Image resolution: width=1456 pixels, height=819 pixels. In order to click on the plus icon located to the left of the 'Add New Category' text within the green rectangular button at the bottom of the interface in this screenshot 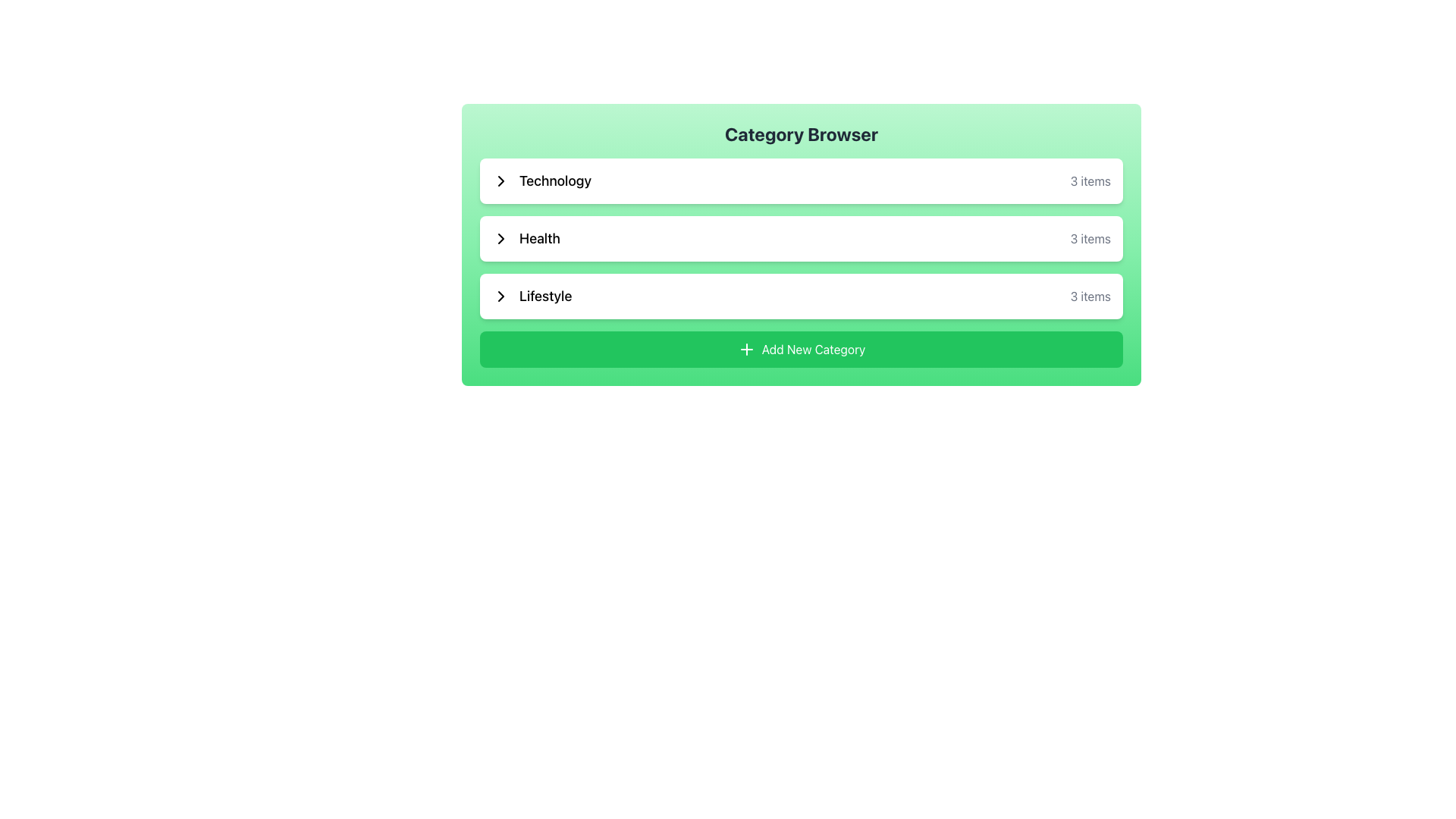, I will do `click(746, 350)`.